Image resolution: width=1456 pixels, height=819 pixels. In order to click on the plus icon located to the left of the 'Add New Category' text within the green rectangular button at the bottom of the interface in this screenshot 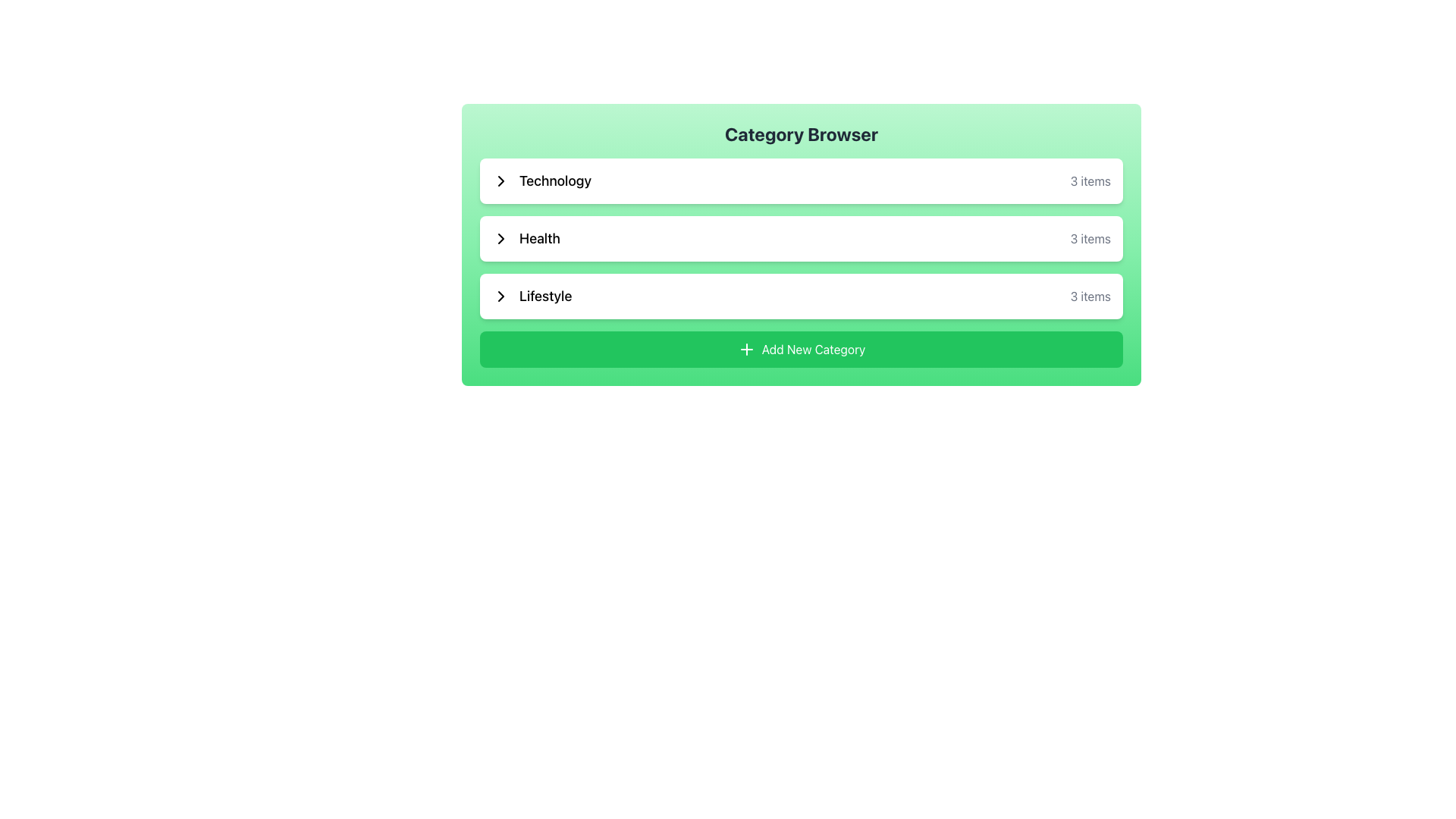, I will do `click(746, 350)`.